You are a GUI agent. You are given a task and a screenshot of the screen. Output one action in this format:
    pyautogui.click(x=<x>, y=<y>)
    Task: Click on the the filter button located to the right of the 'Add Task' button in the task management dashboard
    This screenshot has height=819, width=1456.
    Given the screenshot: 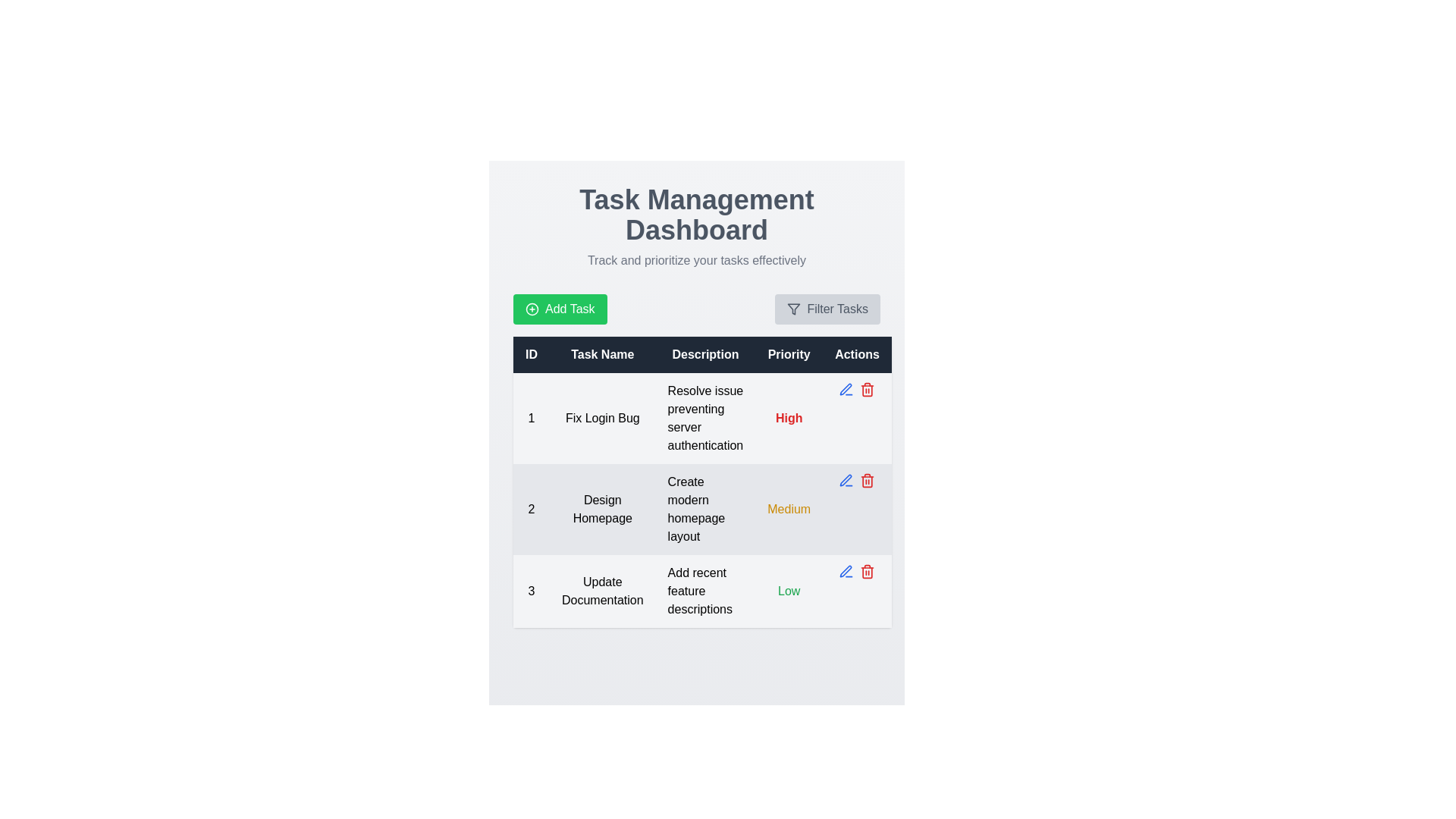 What is the action you would take?
    pyautogui.click(x=827, y=309)
    